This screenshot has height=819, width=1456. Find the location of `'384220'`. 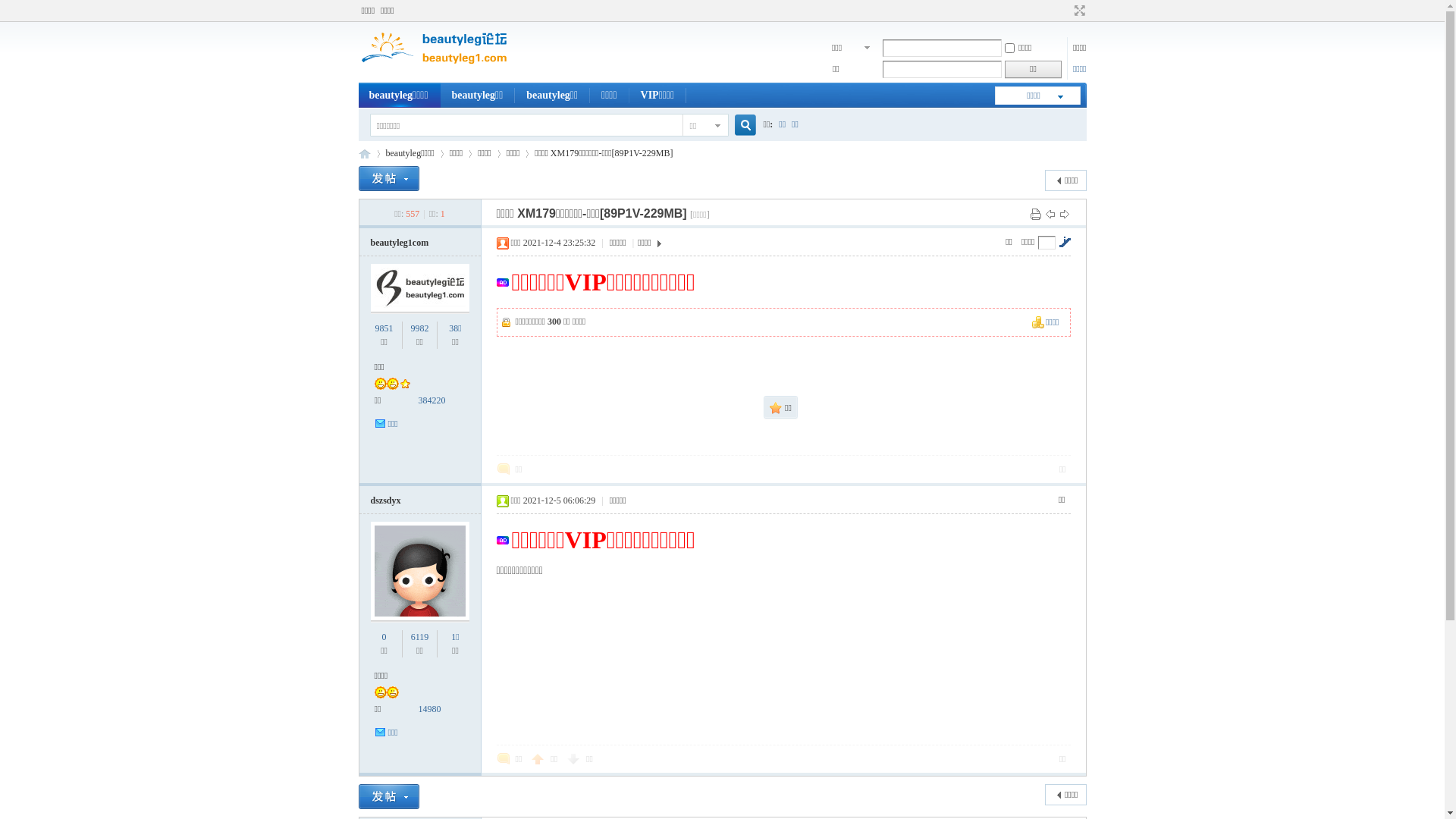

'384220' is located at coordinates (431, 400).